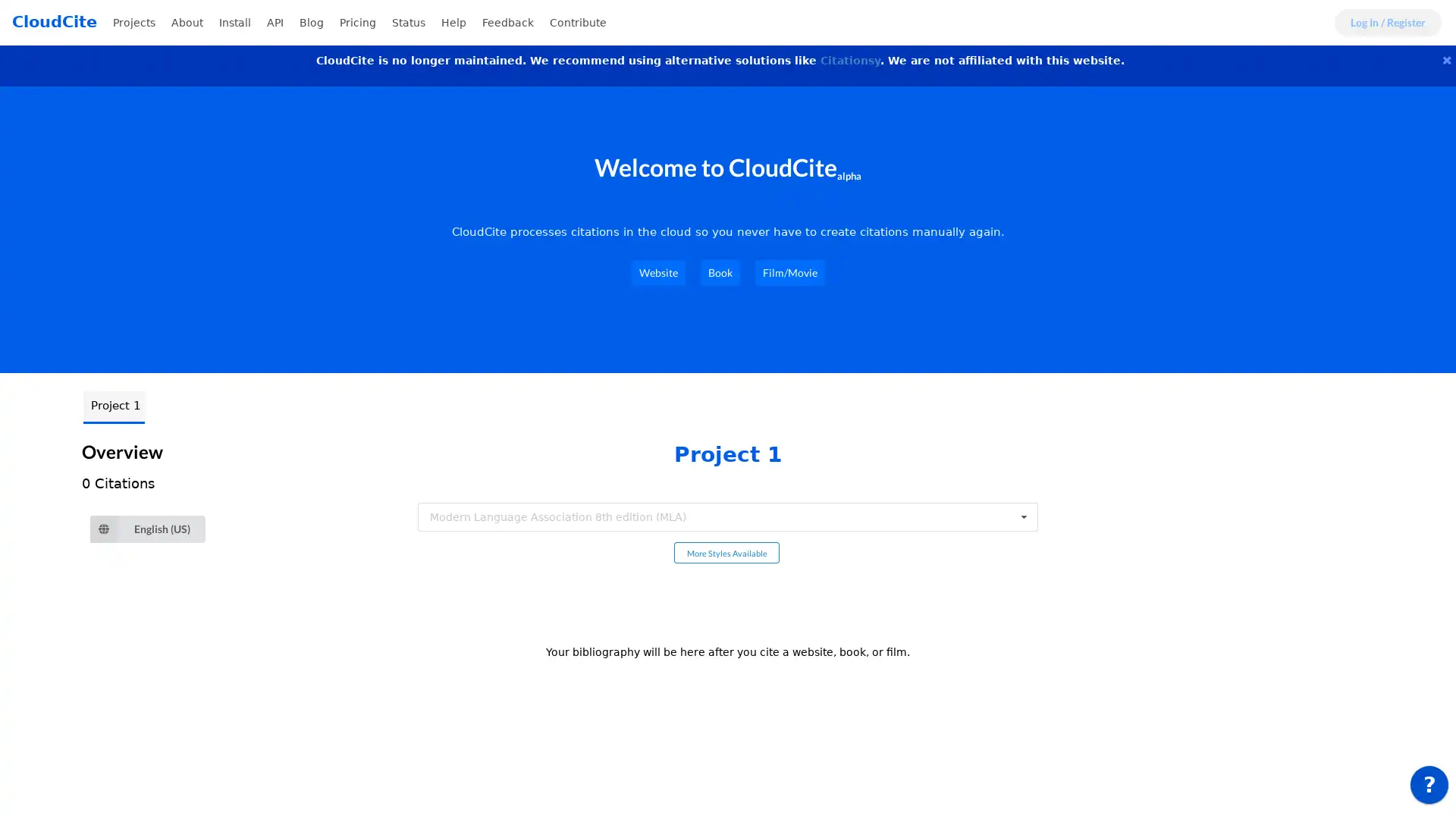 Image resolution: width=1456 pixels, height=819 pixels. Describe the element at coordinates (657, 271) in the screenshot. I see `Website` at that location.